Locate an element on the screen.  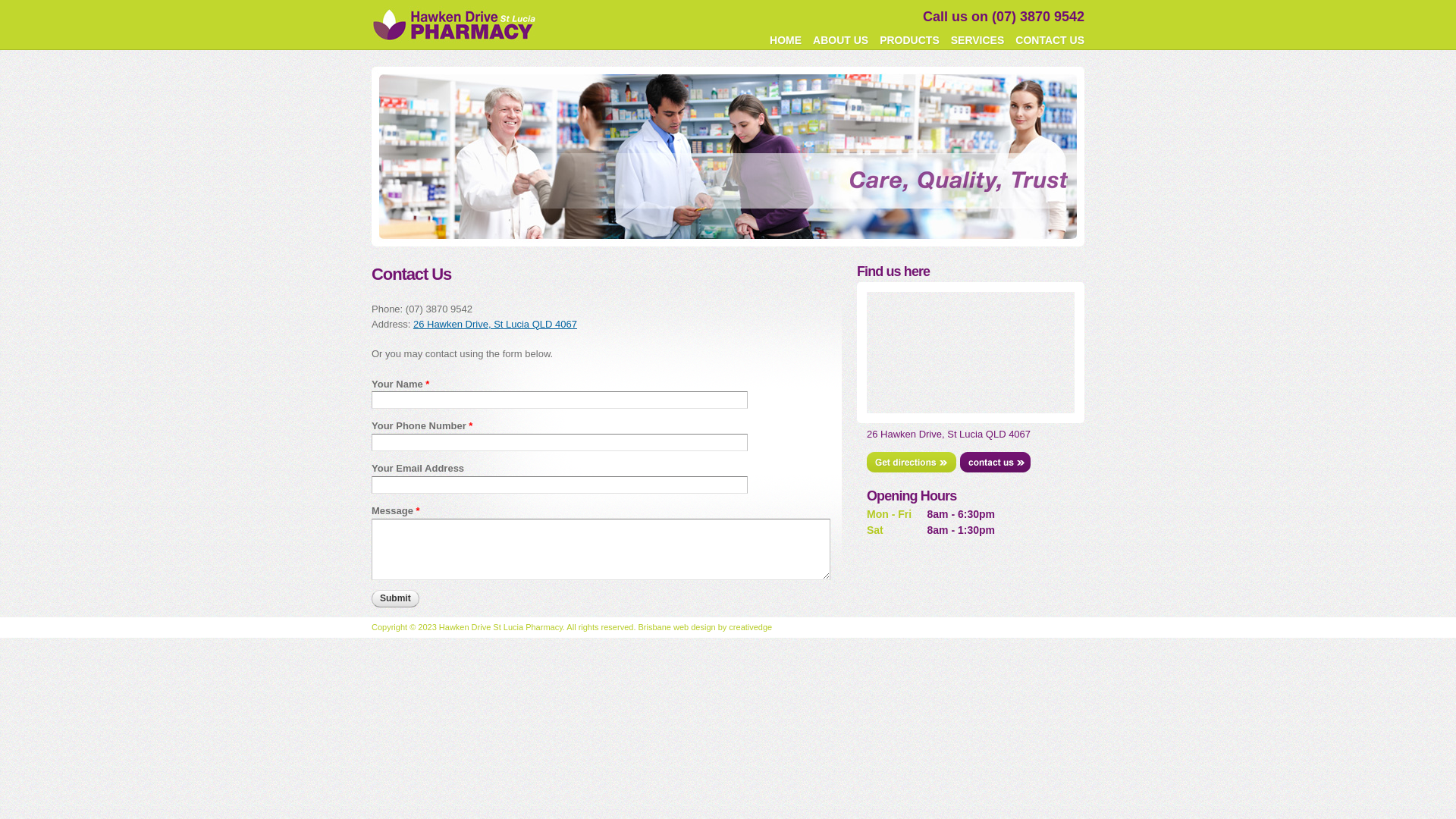
'Submit' is located at coordinates (395, 598).